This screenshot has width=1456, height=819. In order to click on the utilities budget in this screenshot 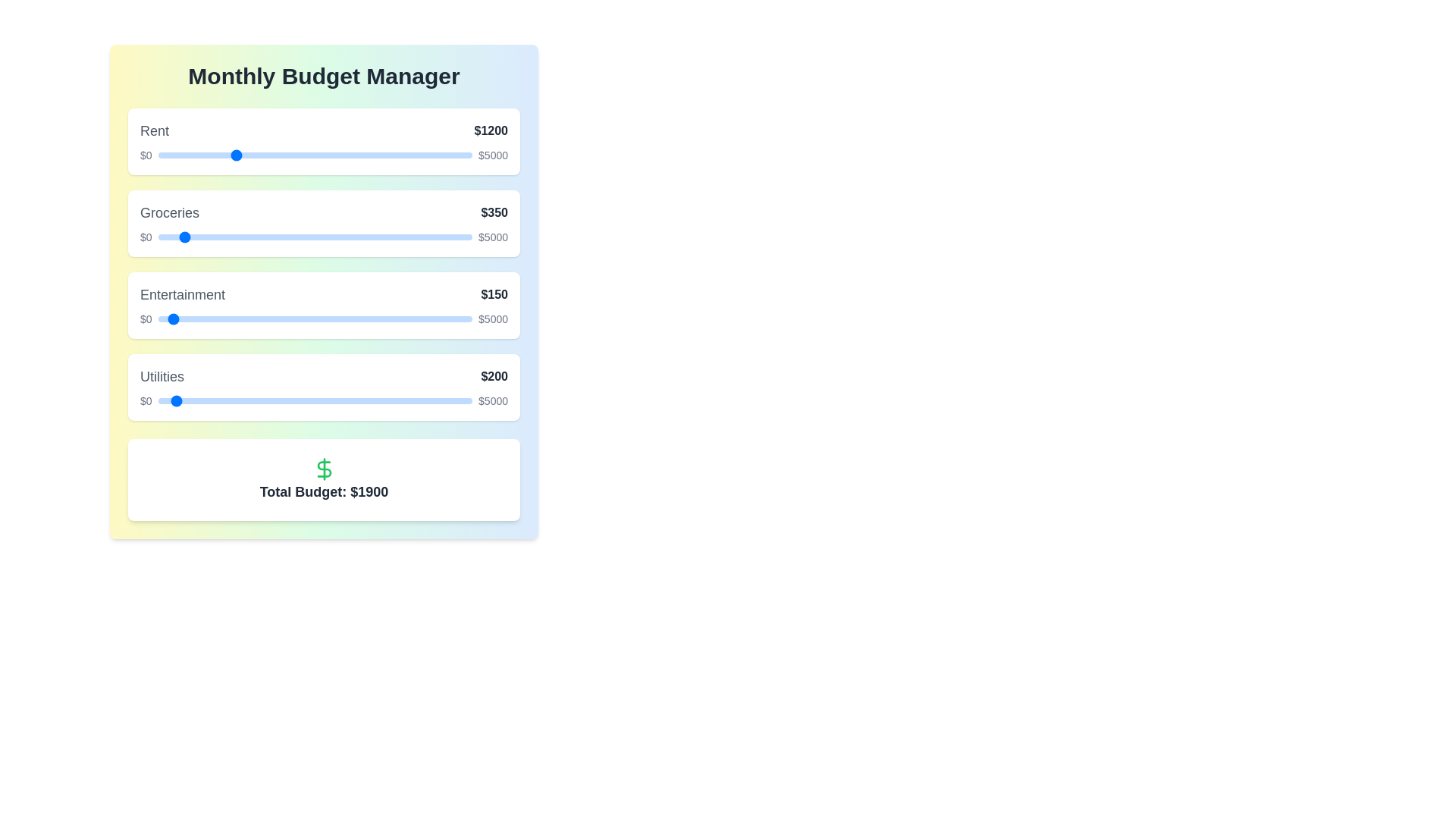, I will do `click(391, 400)`.